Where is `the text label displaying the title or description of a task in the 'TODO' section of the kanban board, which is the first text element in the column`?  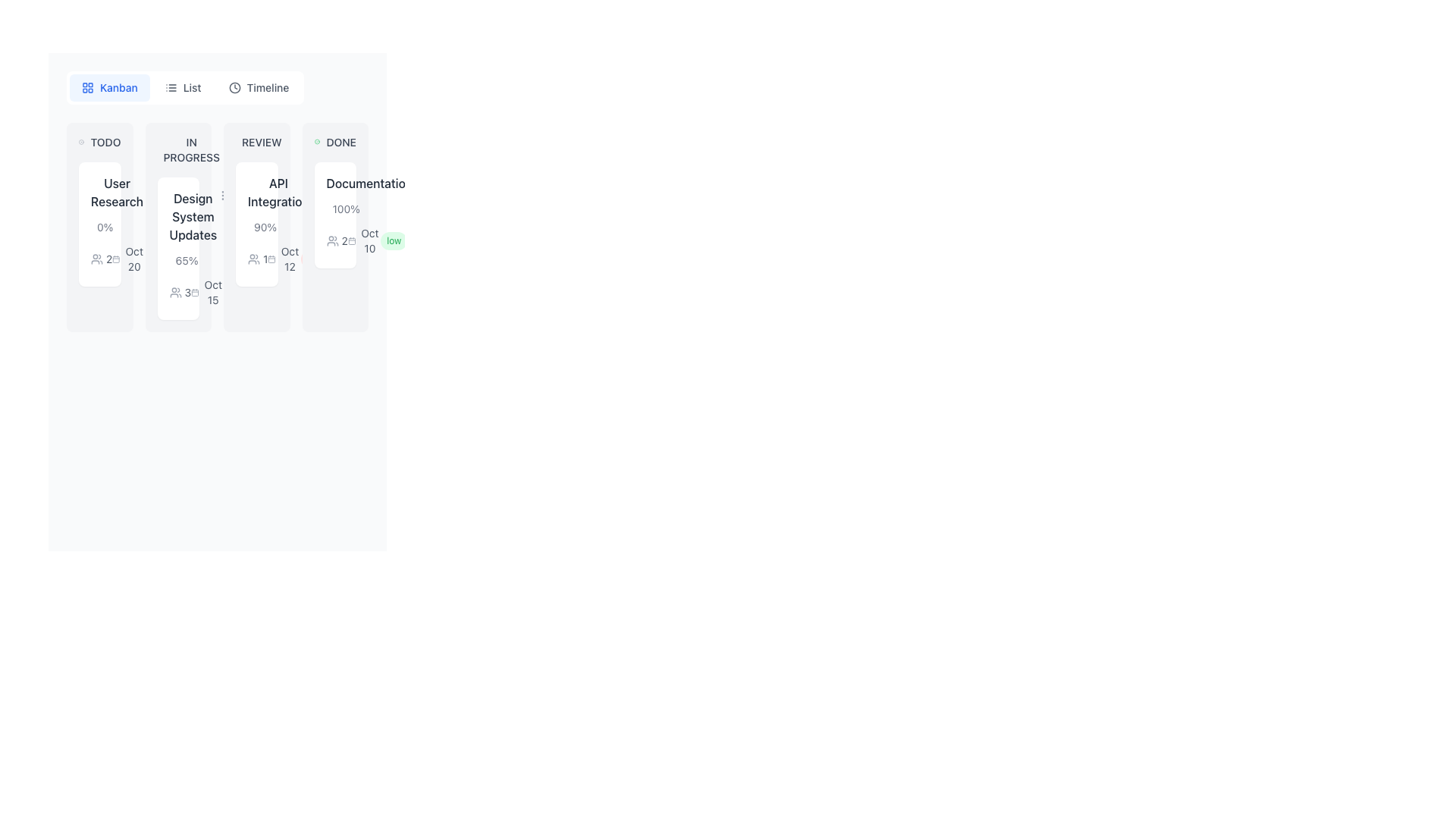 the text label displaying the title or description of a task in the 'TODO' section of the kanban board, which is the first text element in the column is located at coordinates (116, 192).